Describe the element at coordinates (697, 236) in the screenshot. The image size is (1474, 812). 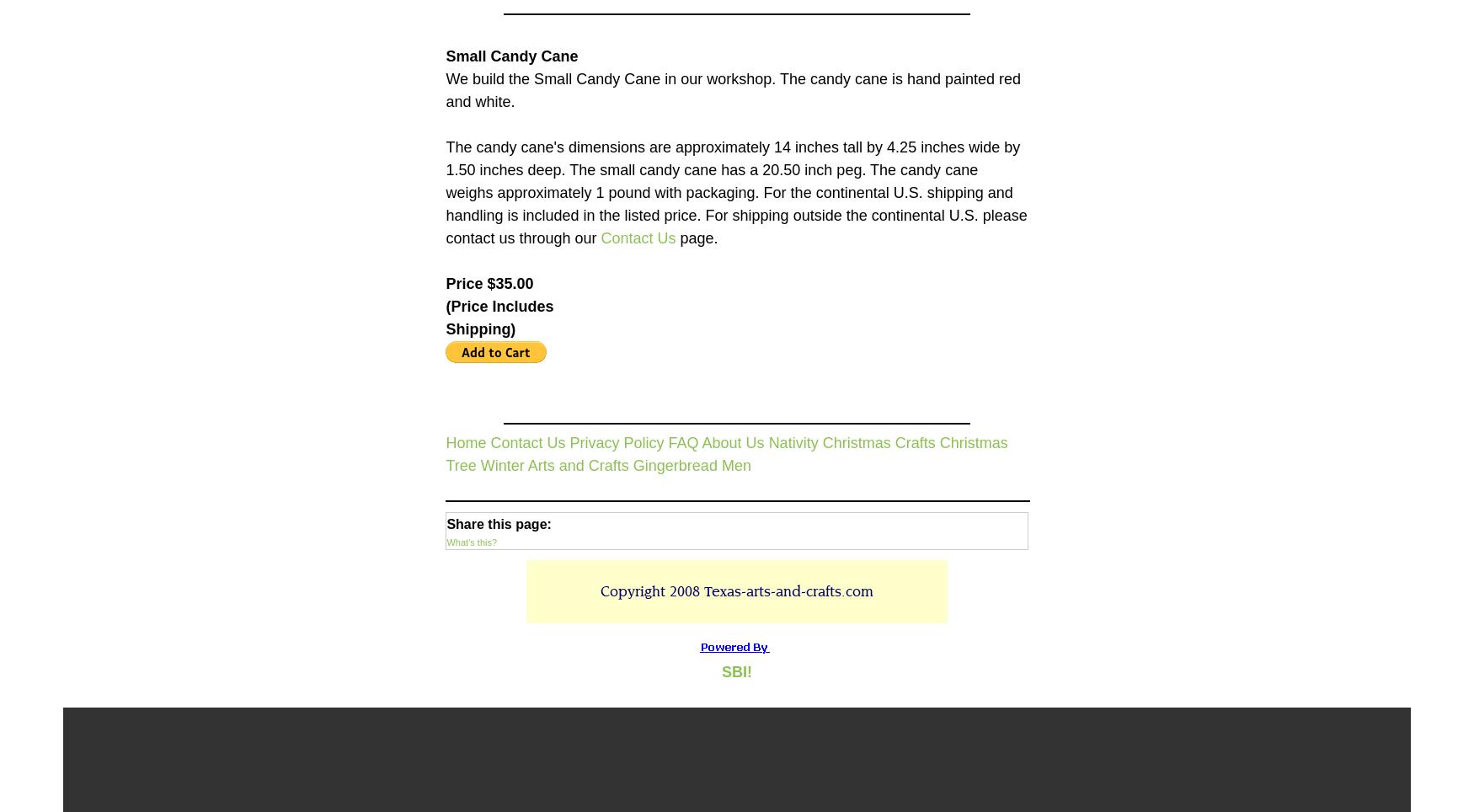
I see `'page.'` at that location.